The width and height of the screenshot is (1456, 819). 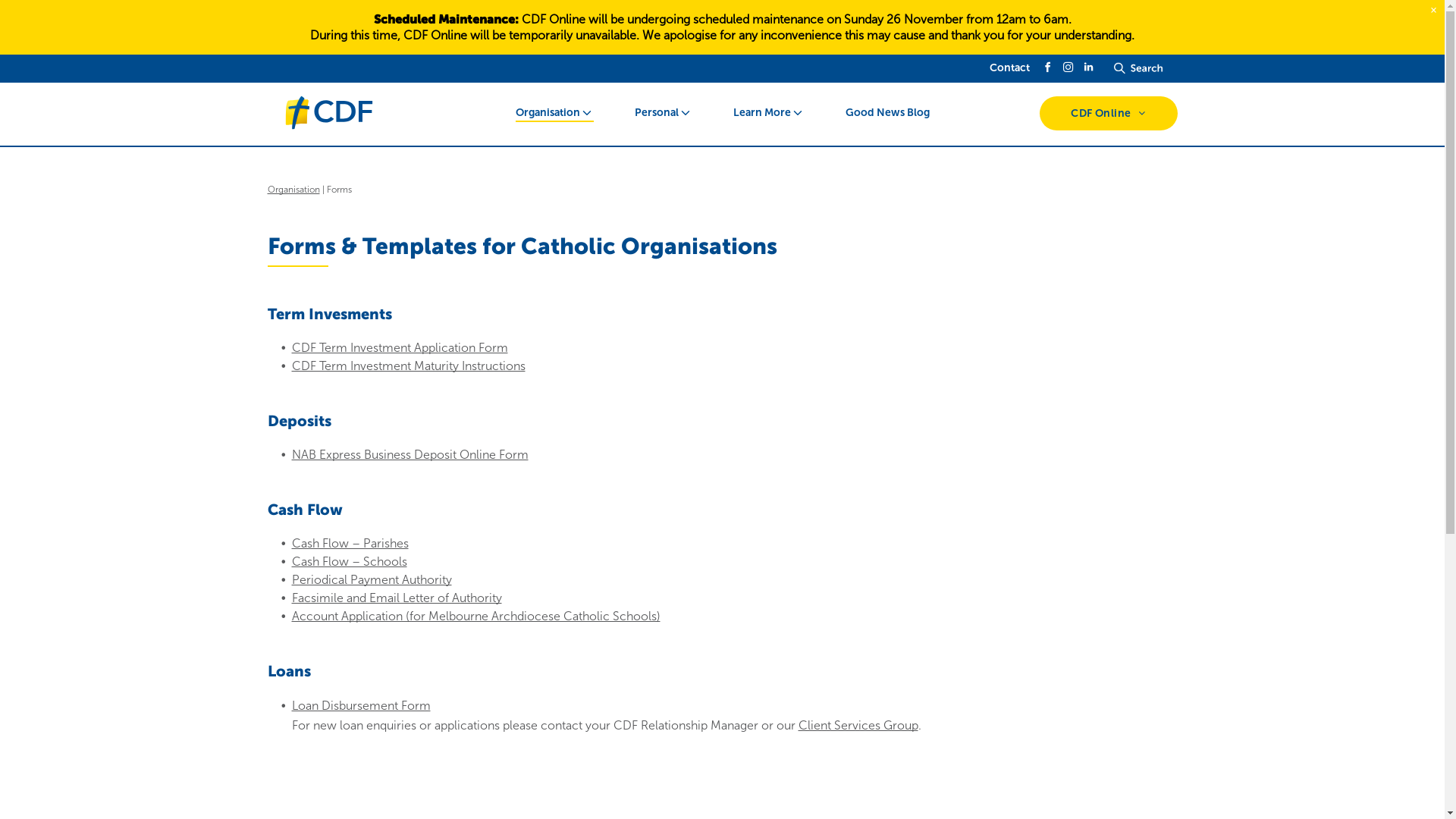 I want to click on 'Personal', so click(x=656, y=111).